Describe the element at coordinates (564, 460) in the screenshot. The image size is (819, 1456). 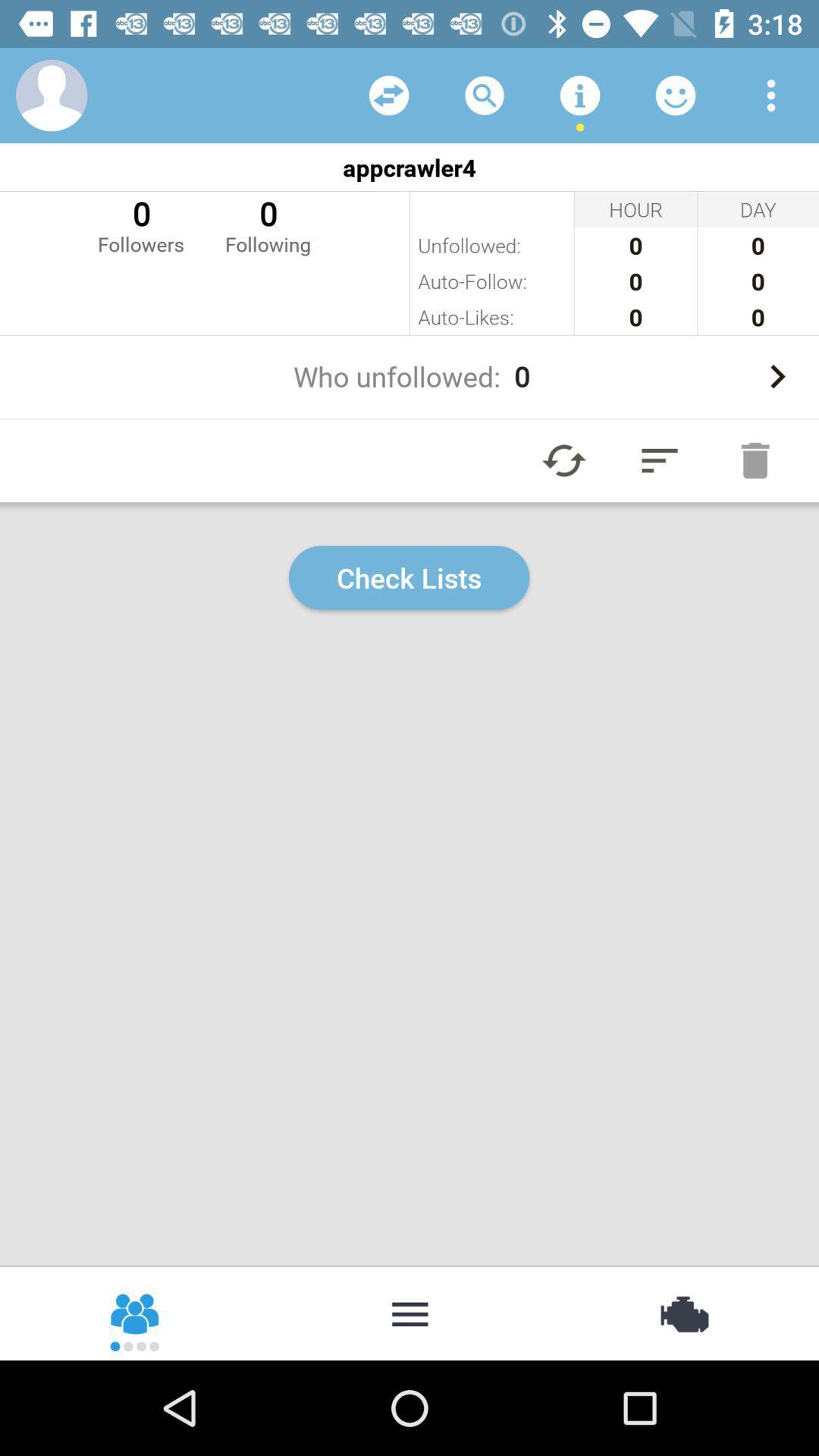
I see `the refresh icon` at that location.